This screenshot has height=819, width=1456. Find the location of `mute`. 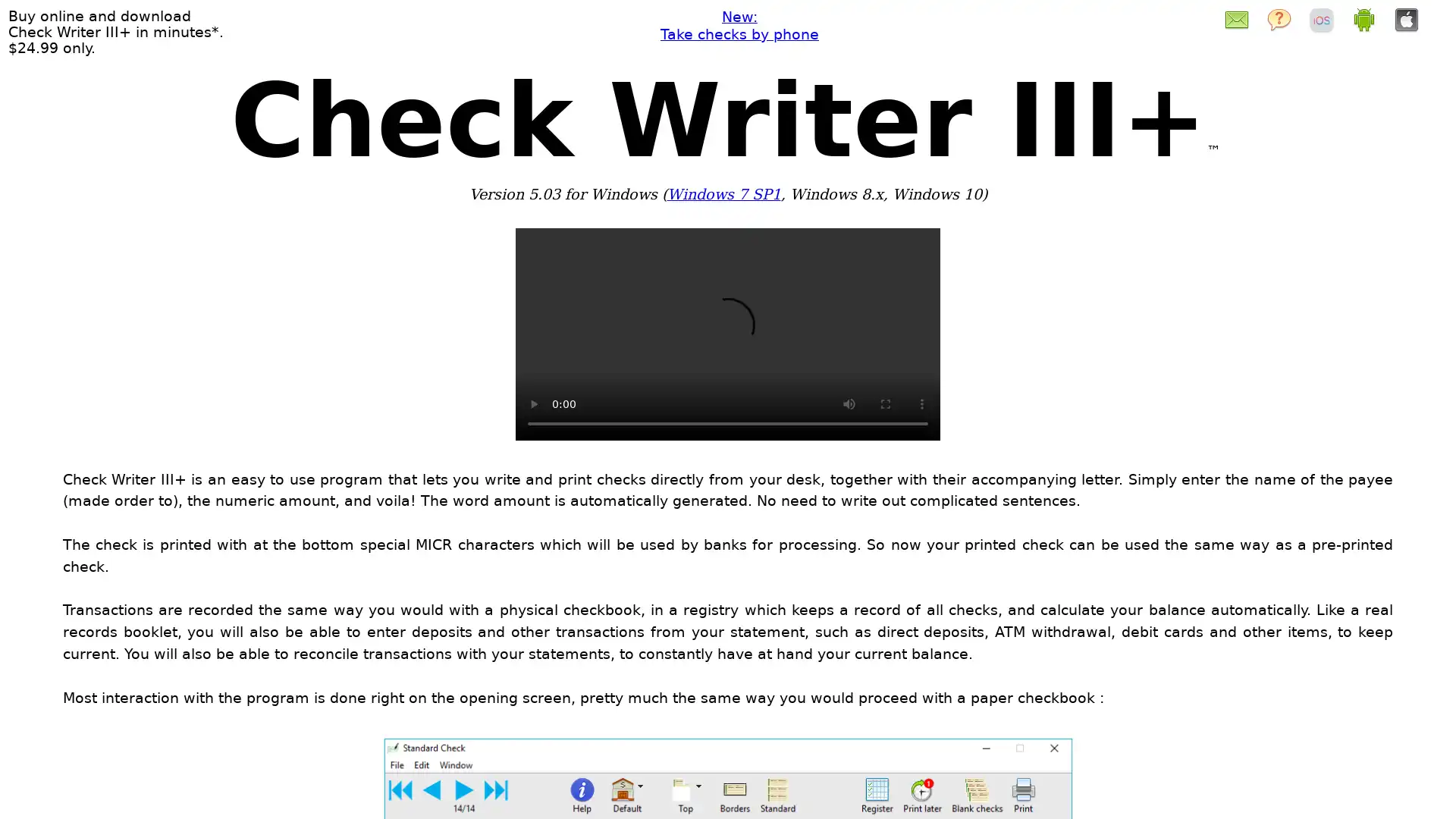

mute is located at coordinates (848, 403).